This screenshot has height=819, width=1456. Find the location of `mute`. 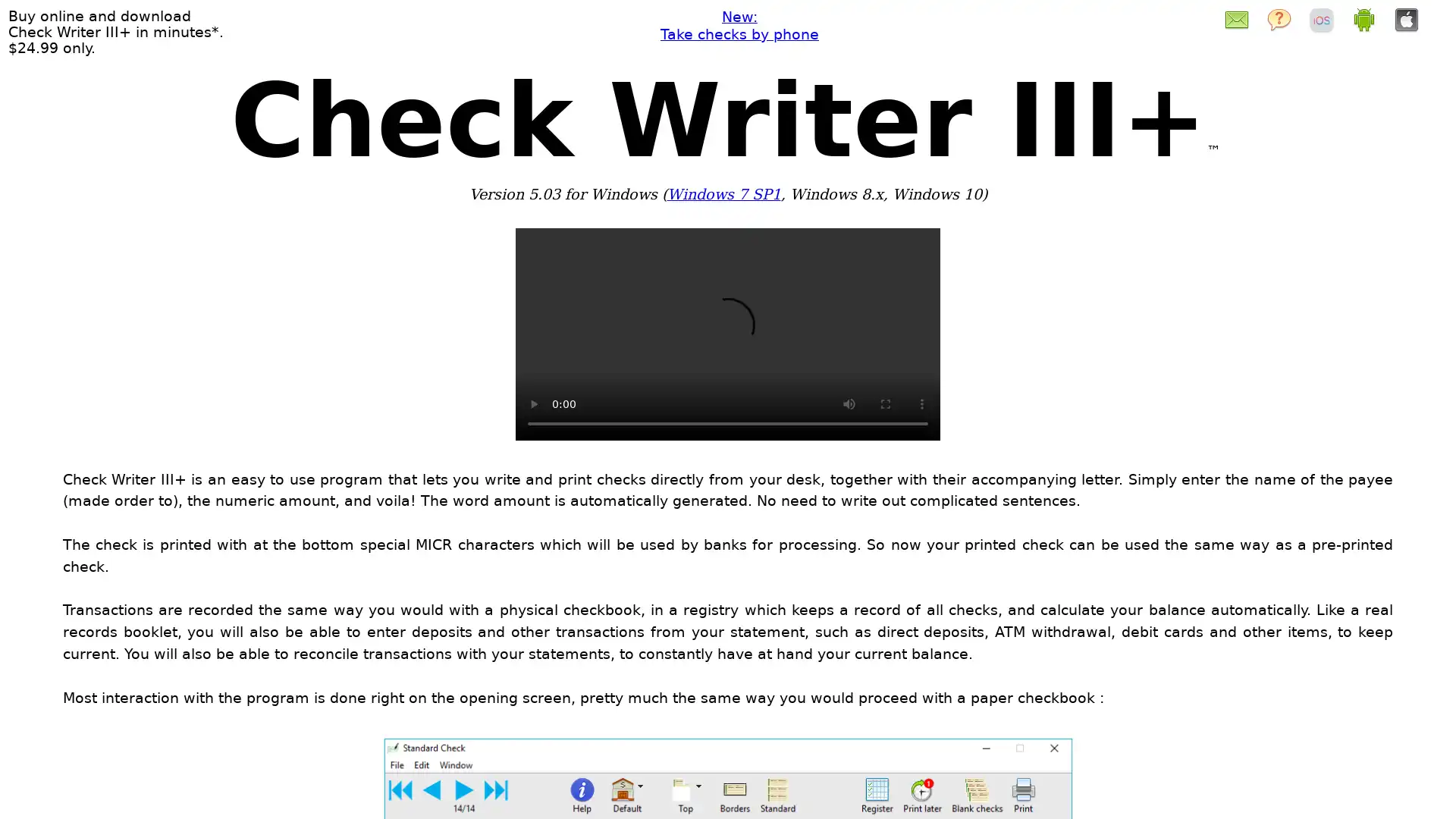

mute is located at coordinates (848, 403).